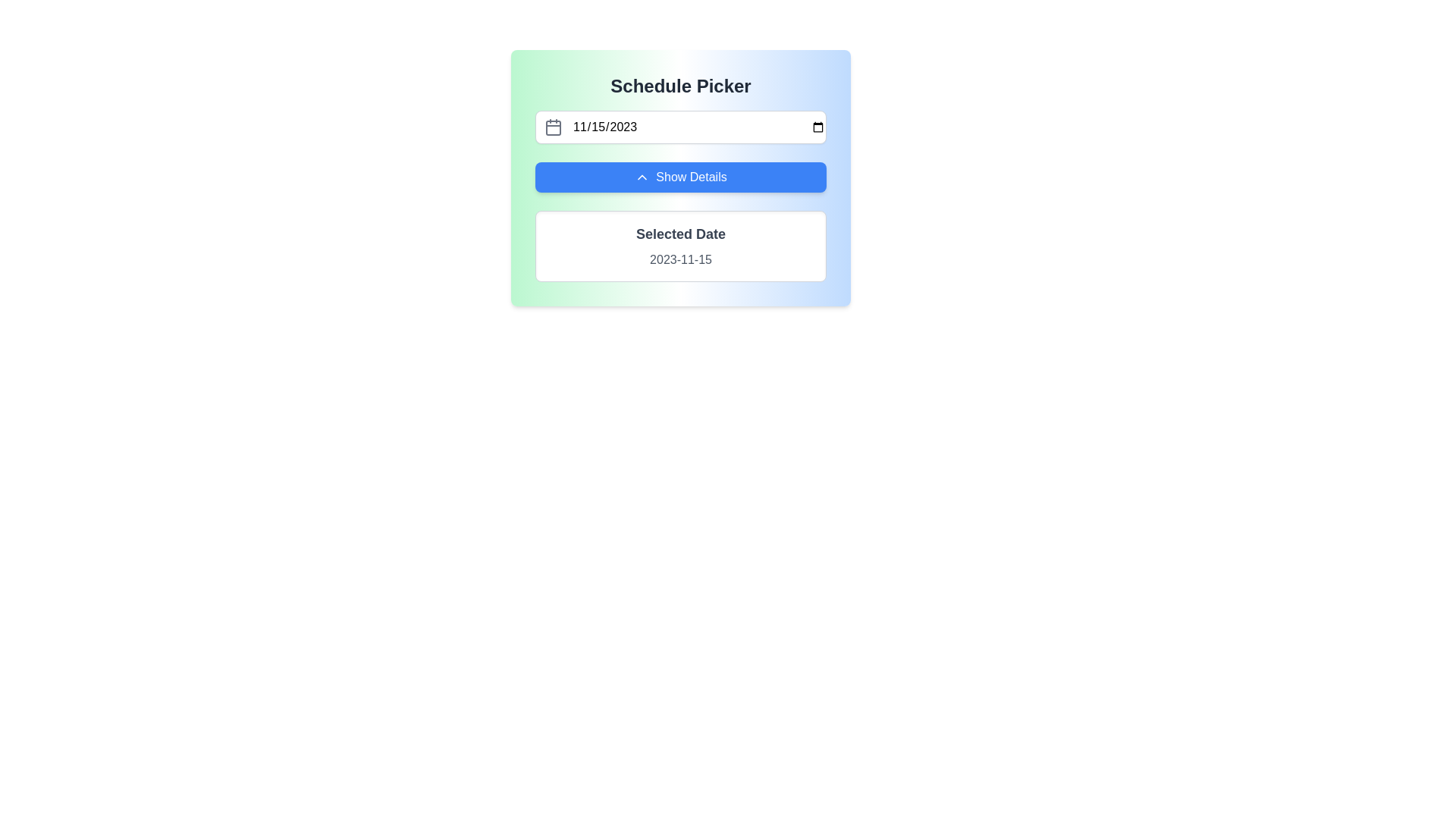  Describe the element at coordinates (642, 177) in the screenshot. I see `the chevron icon located inside the 'Show Details' button, which indicates additional functionality or a collapsible interaction` at that location.